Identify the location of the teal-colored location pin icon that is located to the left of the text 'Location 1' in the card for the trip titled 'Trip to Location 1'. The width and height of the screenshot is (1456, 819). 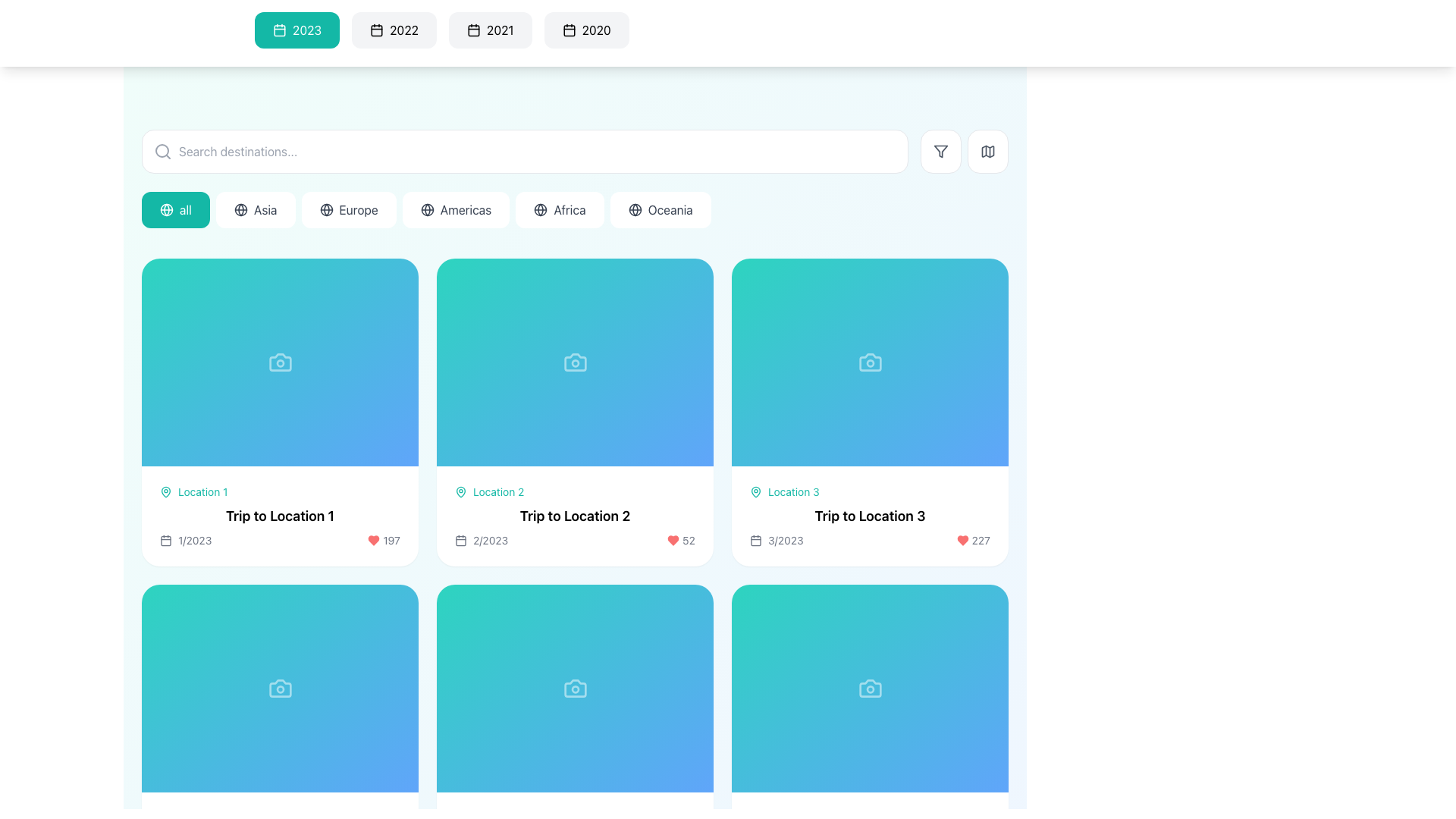
(166, 491).